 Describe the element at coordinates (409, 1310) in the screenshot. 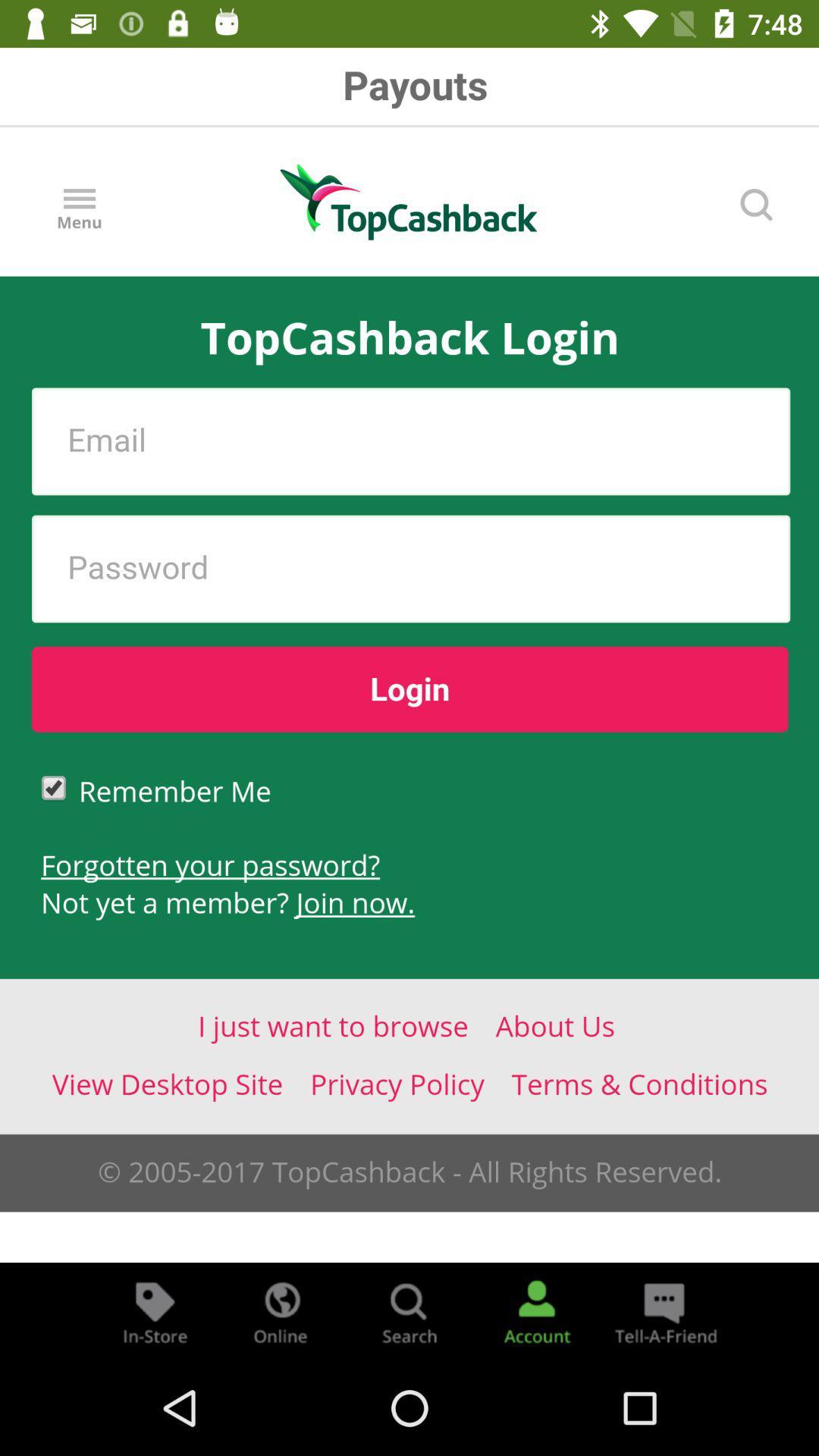

I see `open search bar` at that location.